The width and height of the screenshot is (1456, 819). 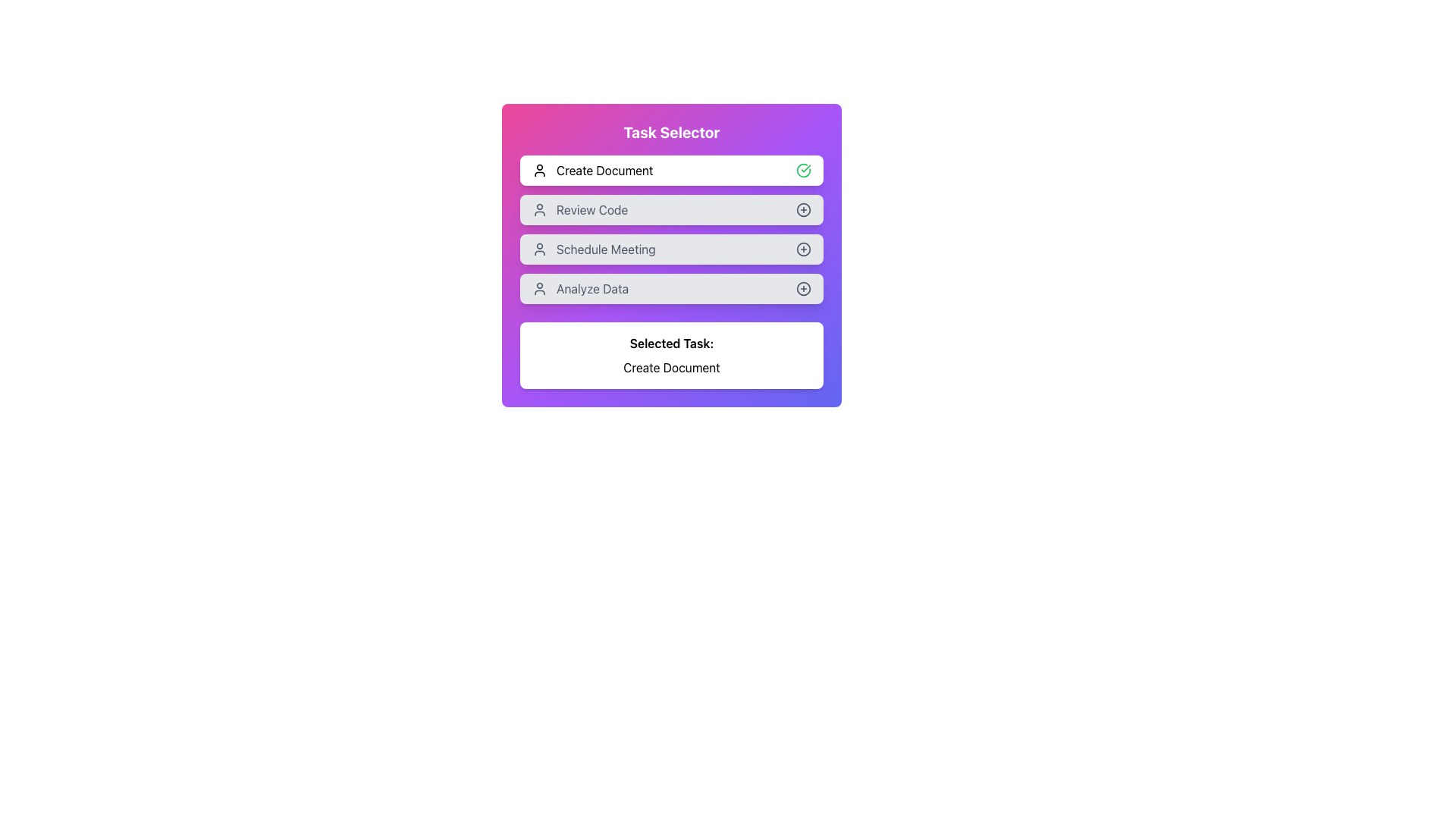 I want to click on the 'Review Code' button, which is the second button, so click(x=671, y=210).